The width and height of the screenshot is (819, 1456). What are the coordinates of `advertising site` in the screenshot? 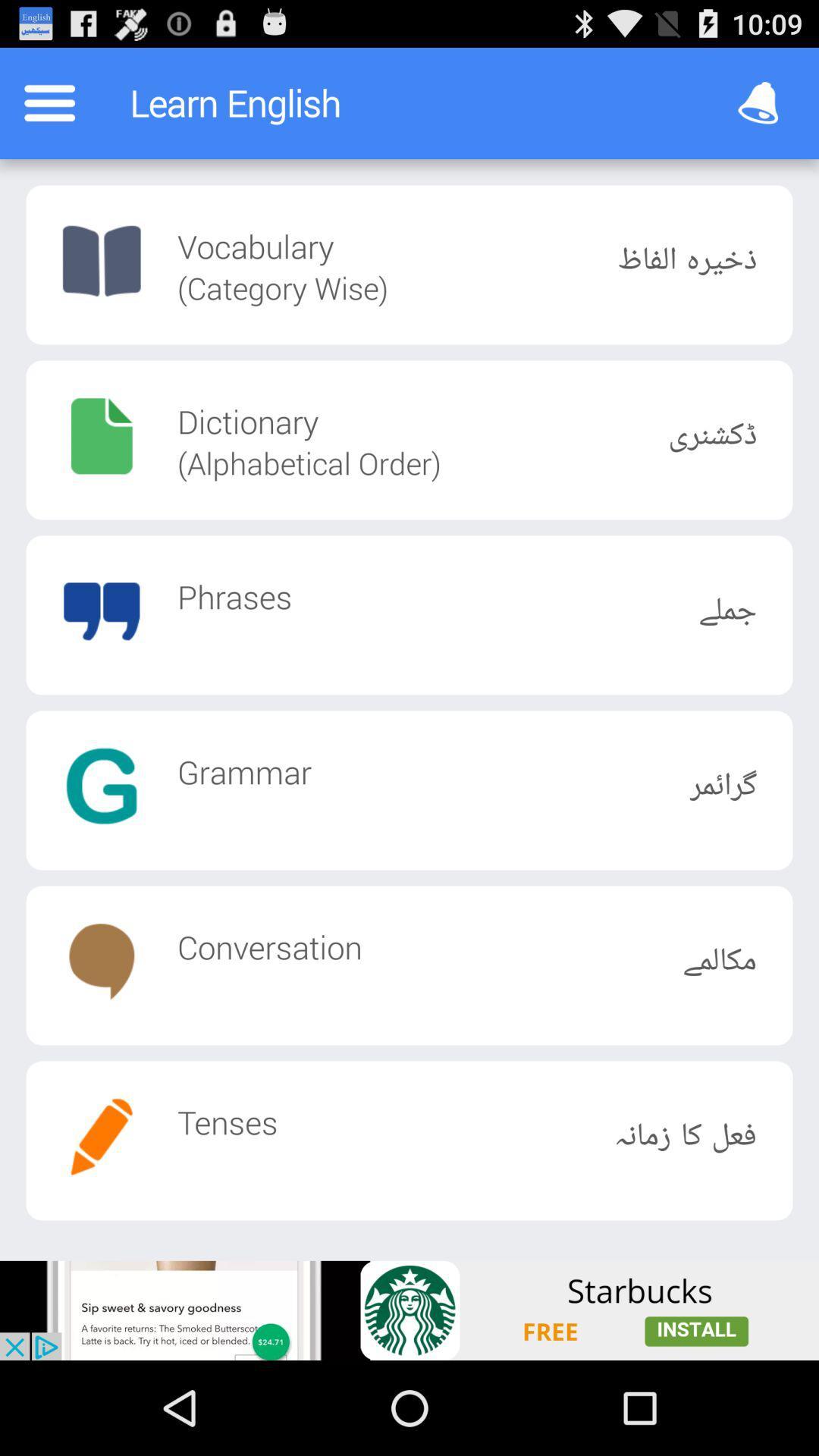 It's located at (409, 1310).